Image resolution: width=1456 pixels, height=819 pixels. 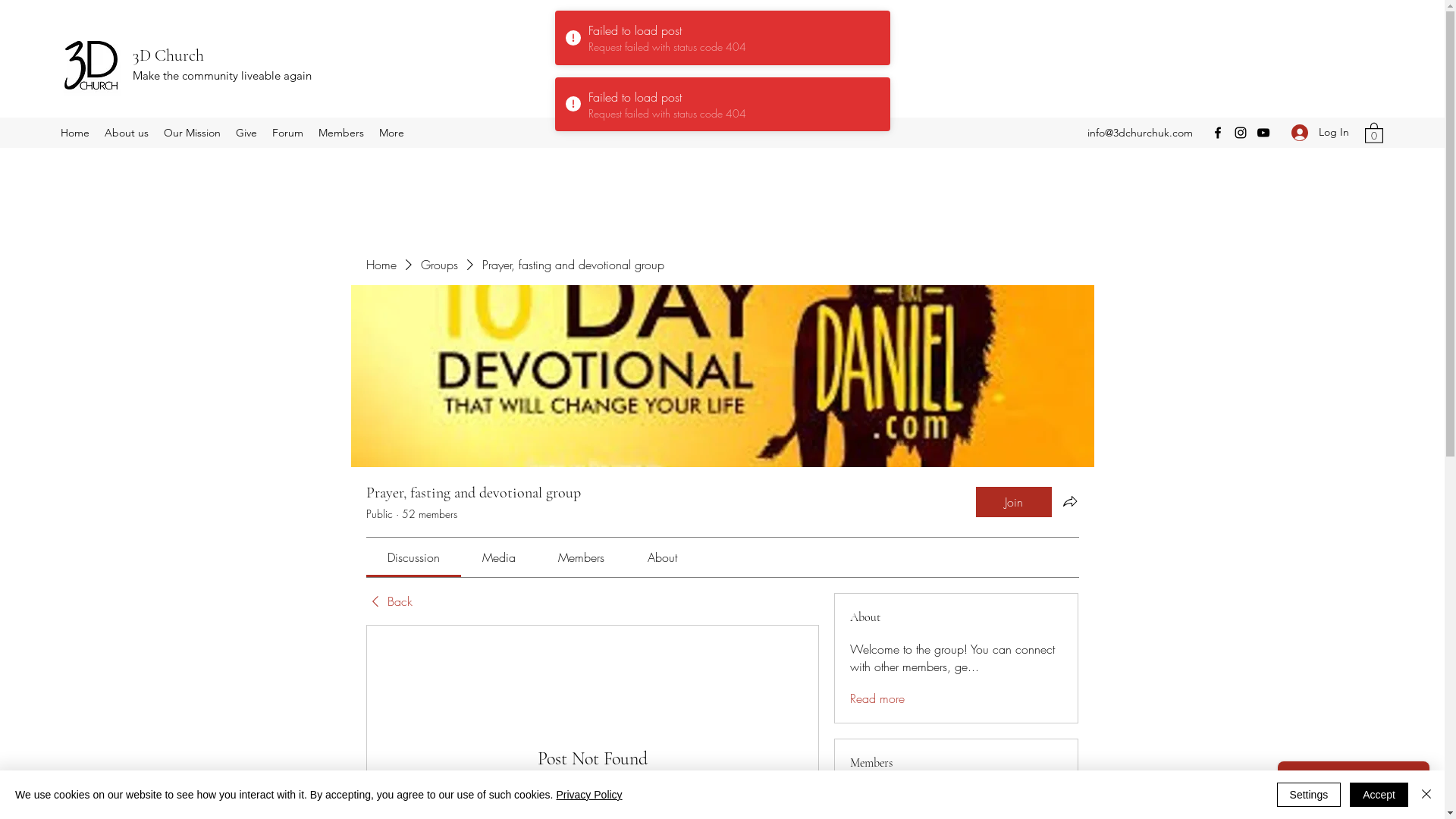 I want to click on 'Join', so click(x=1012, y=502).